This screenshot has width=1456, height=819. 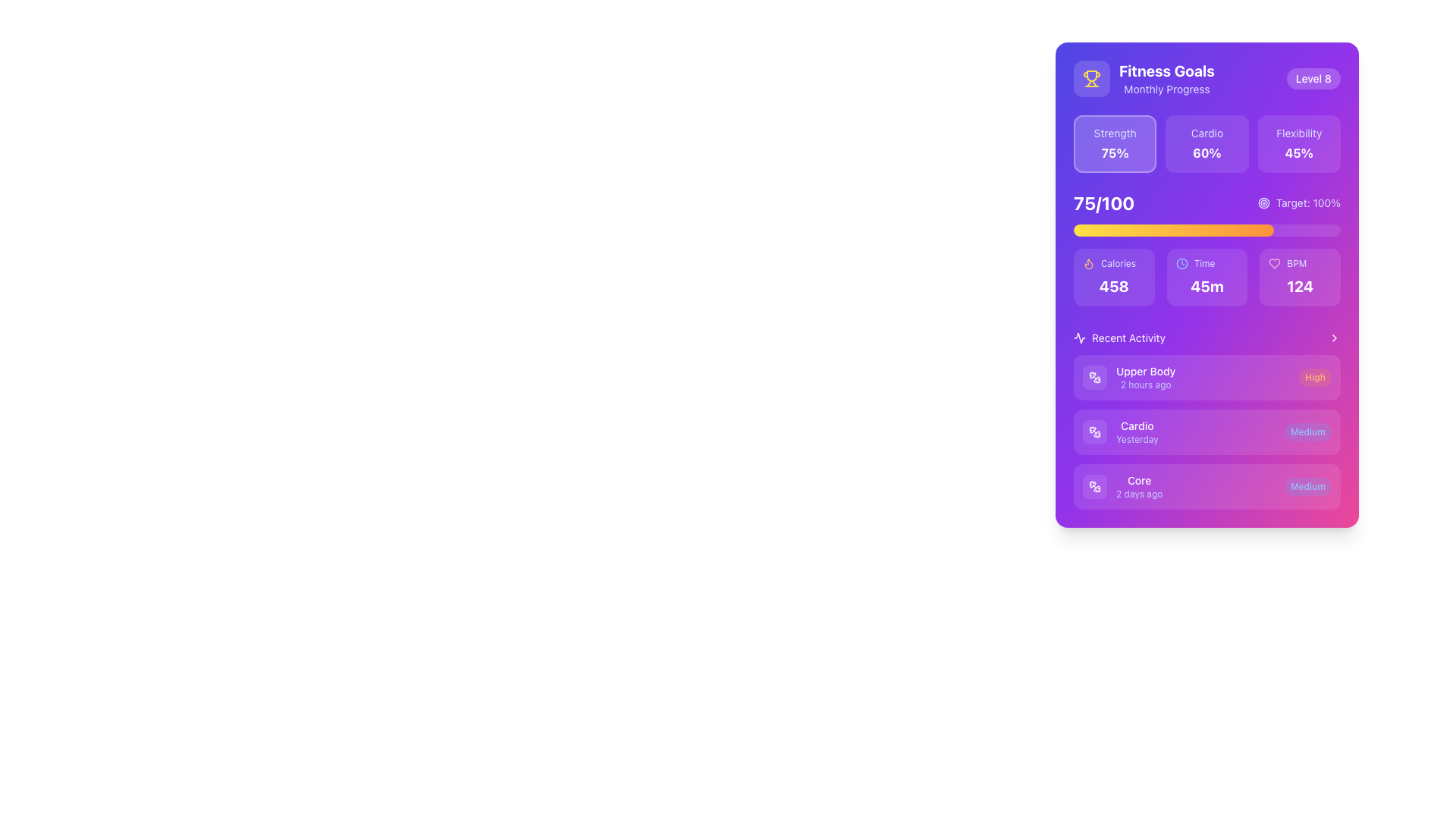 What do you see at coordinates (1207, 152) in the screenshot?
I see `the Text Label displaying '60%' which is located within the purple background card under the fitness goals section, to the right of 'Cardio' and below 'Strength'` at bounding box center [1207, 152].